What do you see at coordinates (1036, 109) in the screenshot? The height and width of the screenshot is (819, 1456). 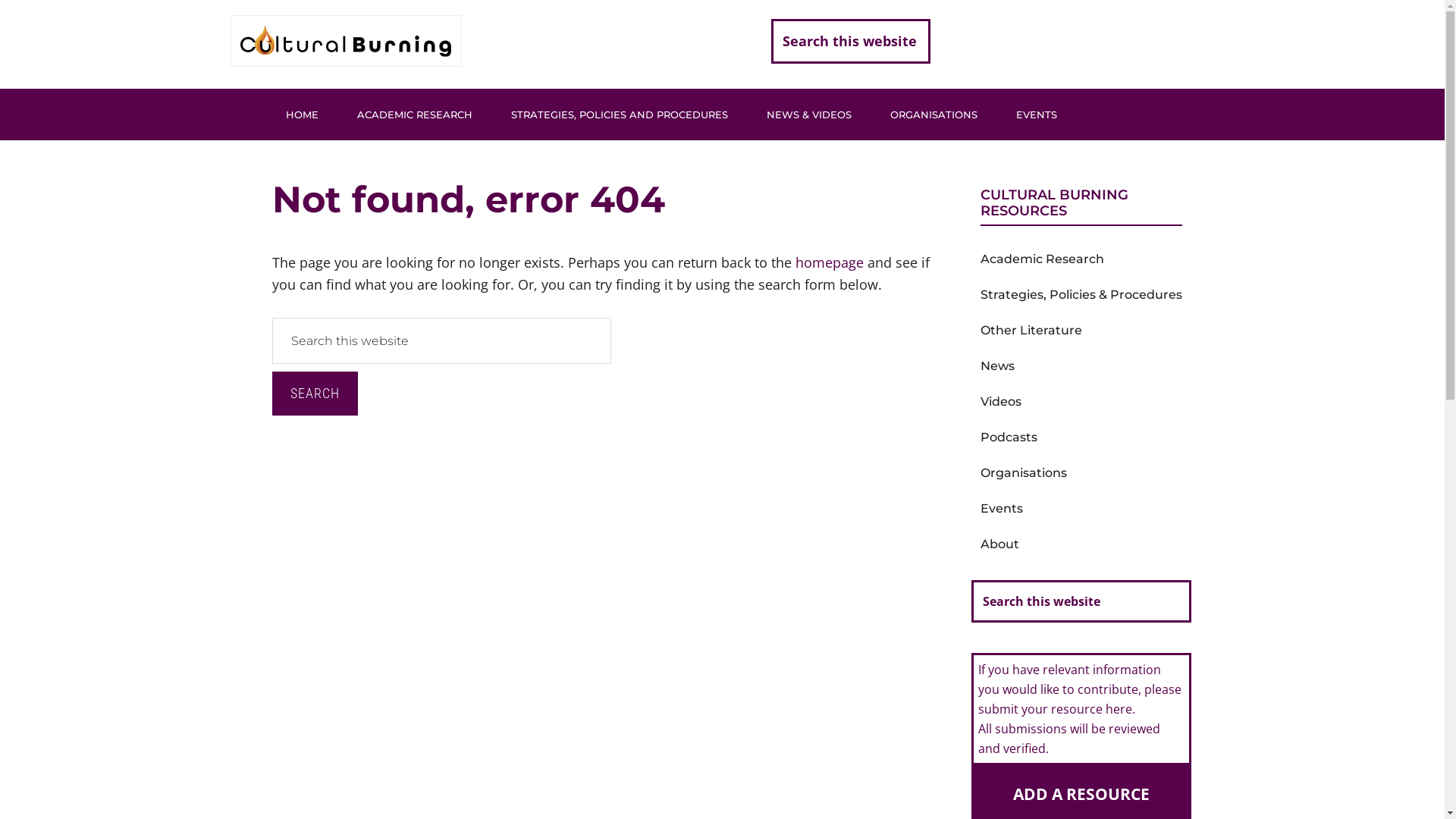 I see `'EVENTS'` at bounding box center [1036, 109].